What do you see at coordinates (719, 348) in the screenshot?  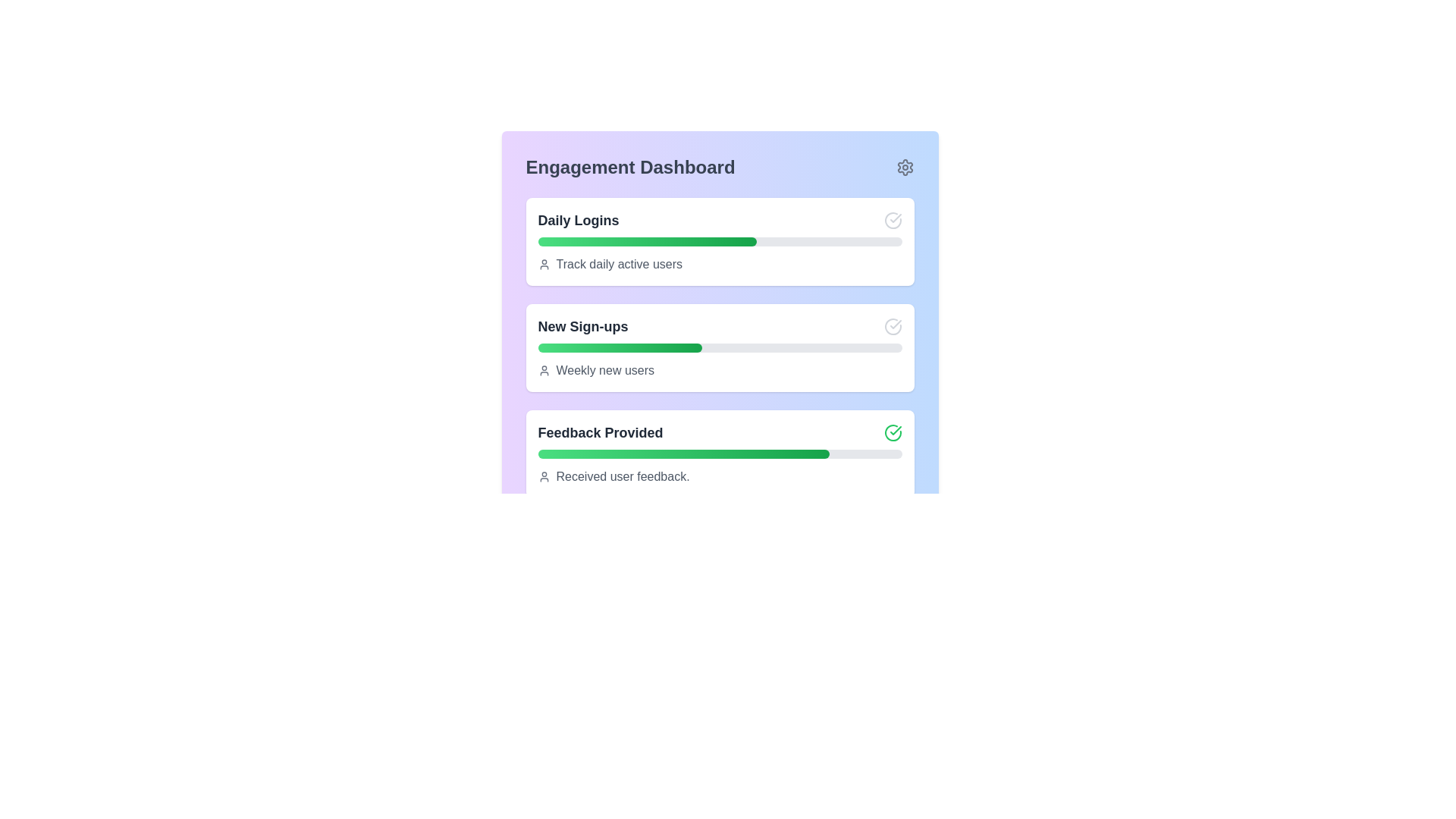 I see `the horizontal progress bar located in the 'New Sign-ups' section of the dashboard, which is gray with a green filled section and rounded ends` at bounding box center [719, 348].